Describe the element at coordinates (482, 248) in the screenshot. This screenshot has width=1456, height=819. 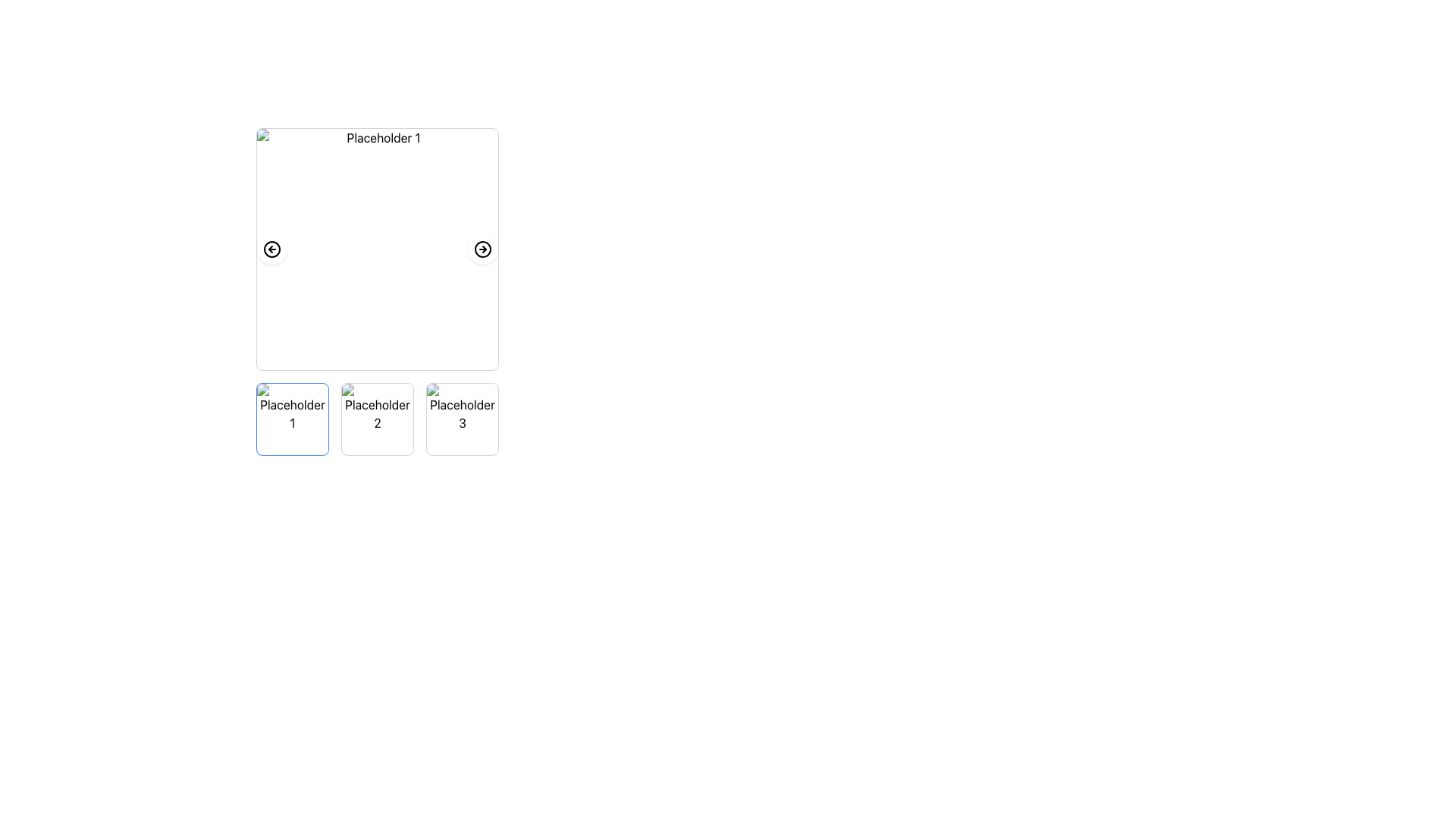
I see `the circular navigation button with a right-pointing arrow` at that location.